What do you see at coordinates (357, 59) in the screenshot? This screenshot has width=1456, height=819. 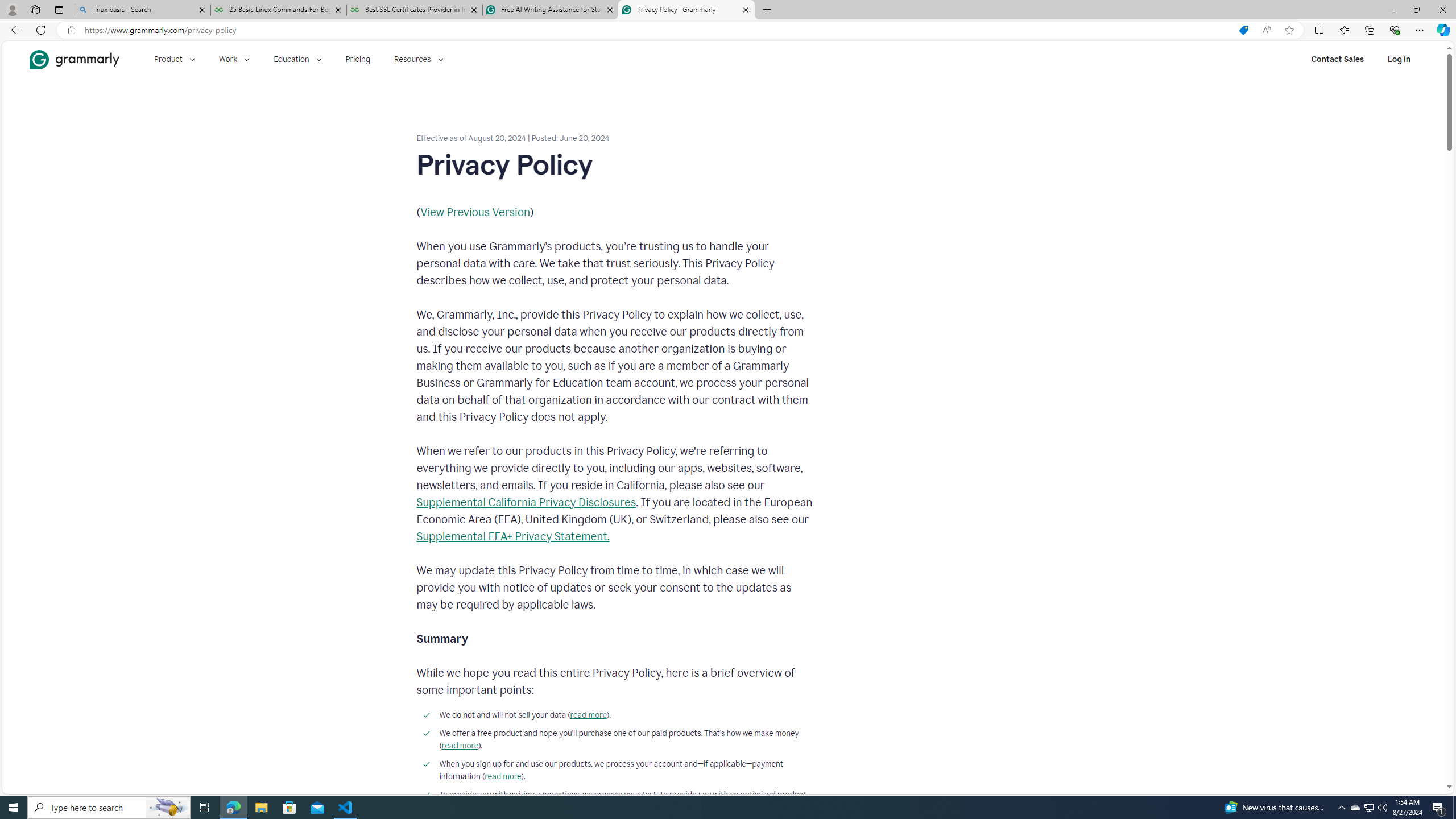 I see `'Pricing'` at bounding box center [357, 59].